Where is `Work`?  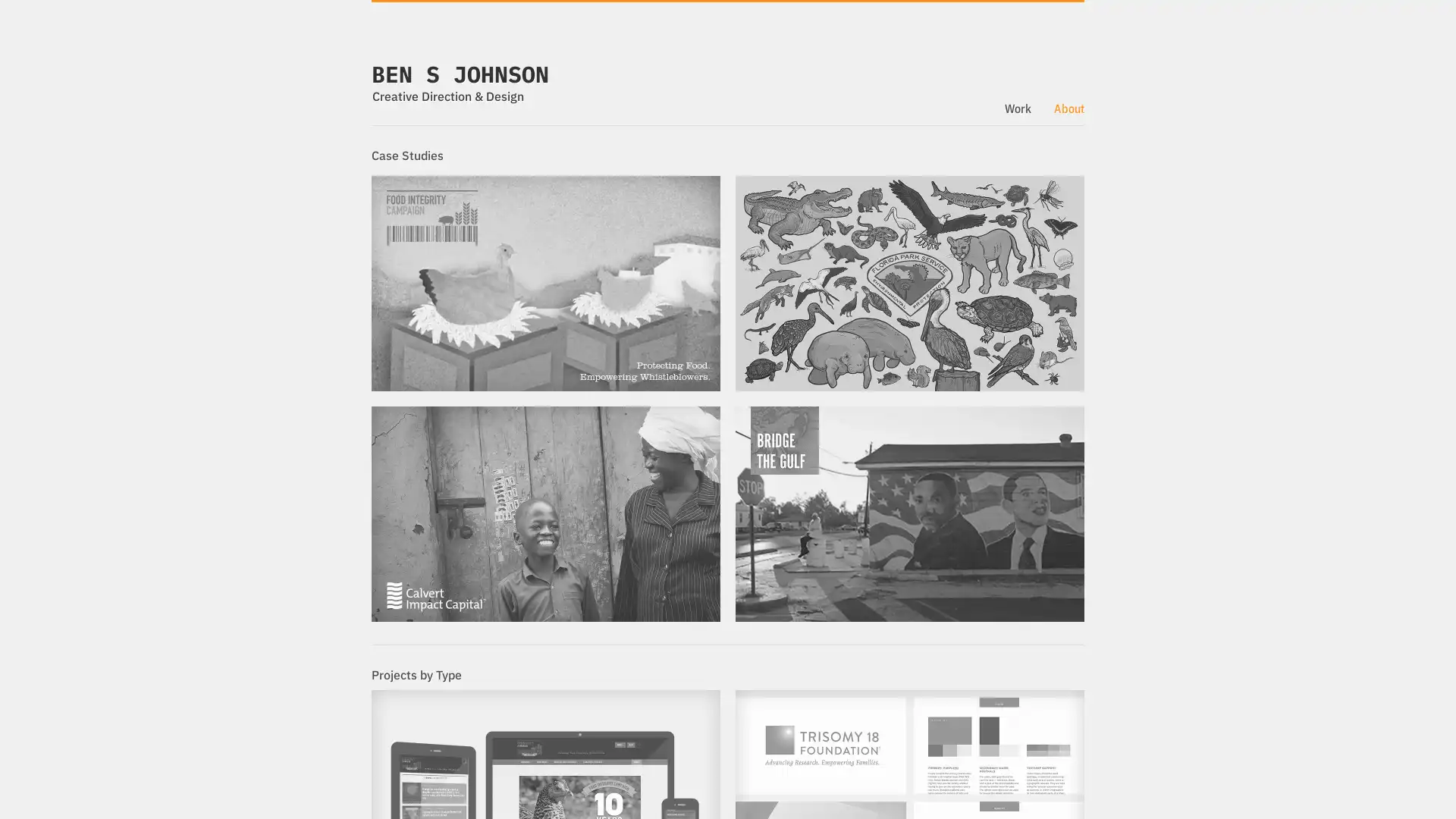
Work is located at coordinates (1018, 107).